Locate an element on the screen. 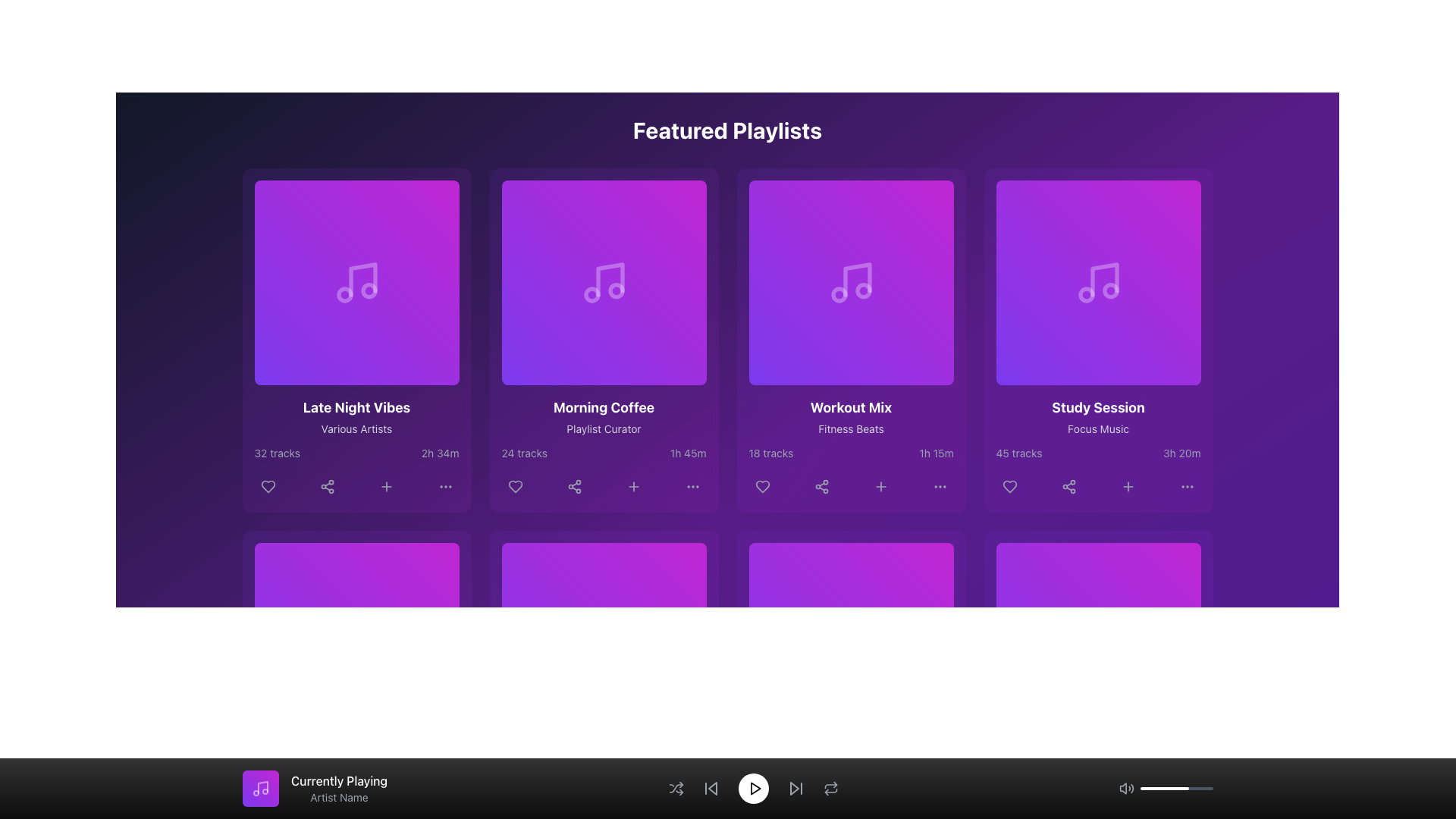  the static text display that shows the name or role of the playlist curator for the playlist titled 'Morning Coffee'. This element is located directly below the playlist title within the playlist card is located at coordinates (603, 429).